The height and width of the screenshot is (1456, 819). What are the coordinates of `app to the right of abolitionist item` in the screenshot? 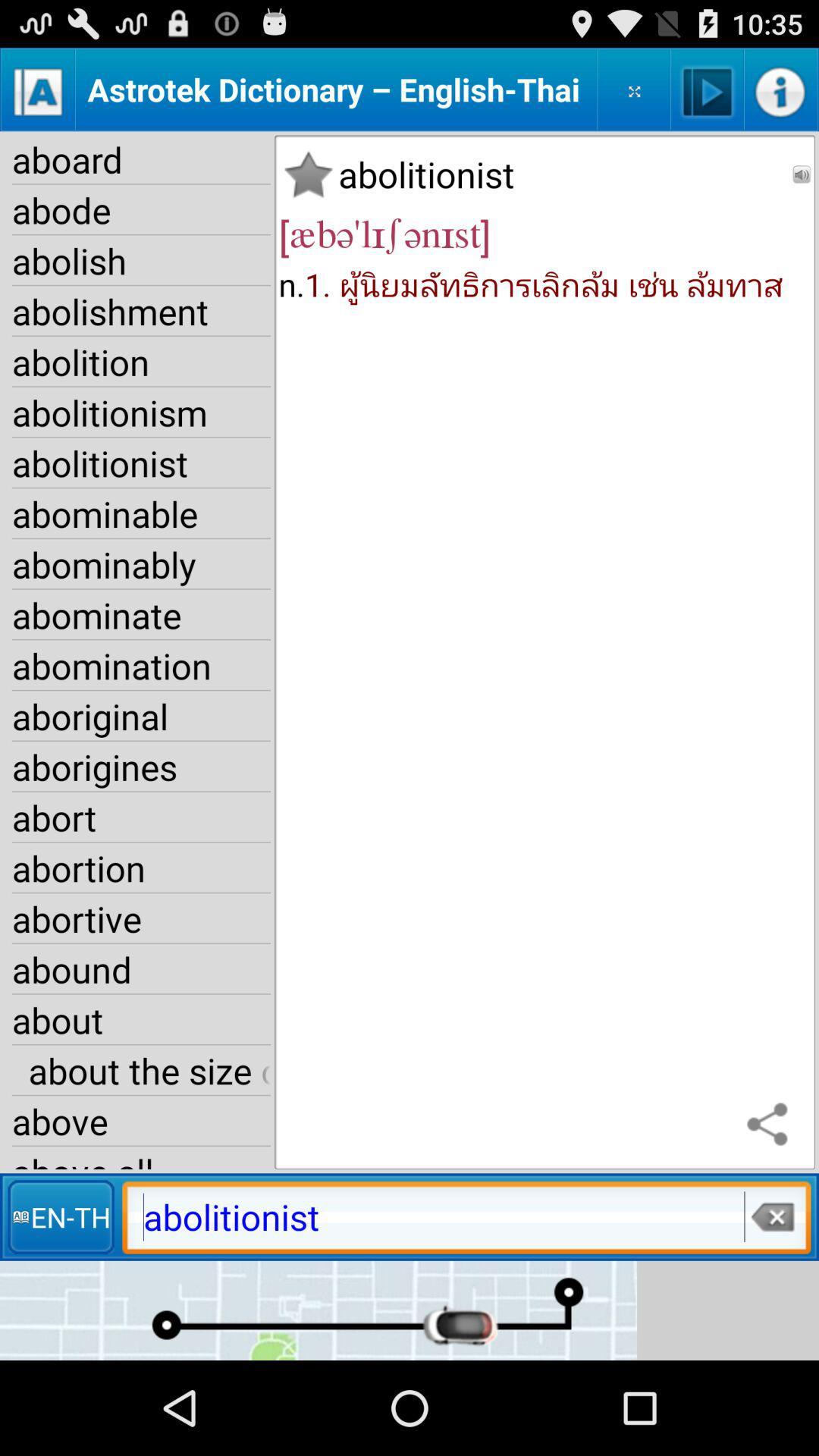 It's located at (801, 174).